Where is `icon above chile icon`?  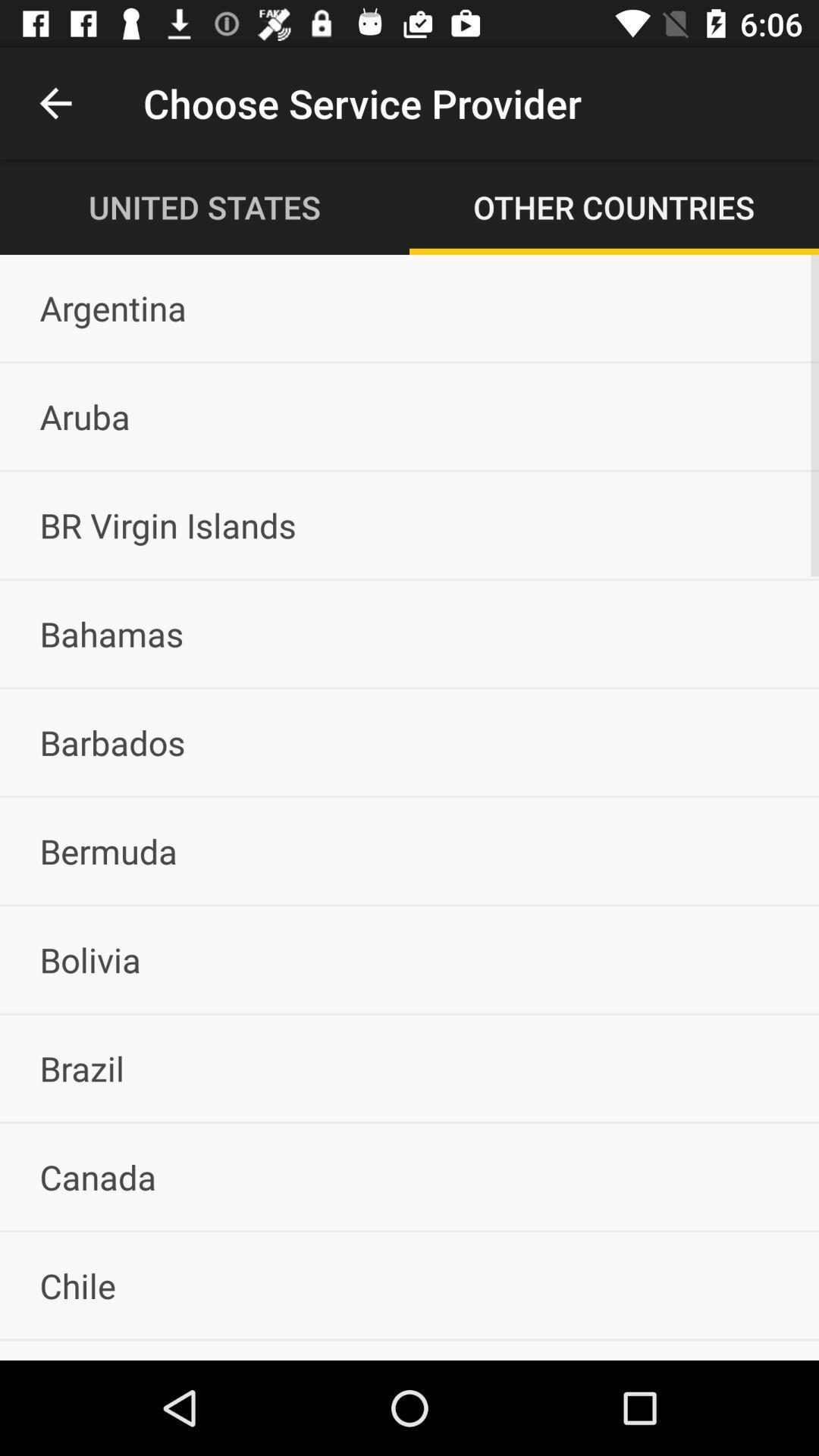 icon above chile icon is located at coordinates (409, 1176).